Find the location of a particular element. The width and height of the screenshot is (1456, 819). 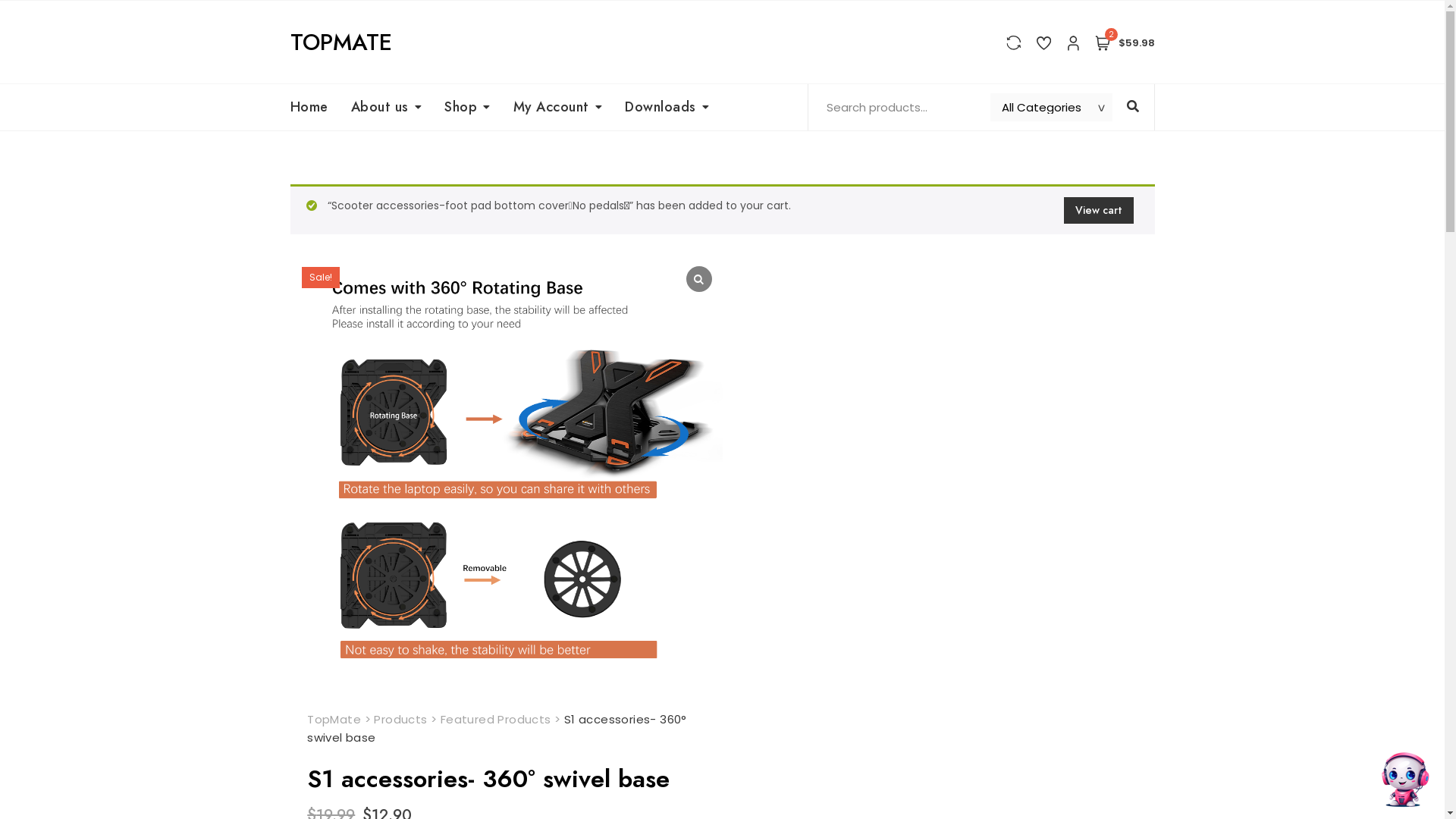

'2 is located at coordinates (1125, 40).